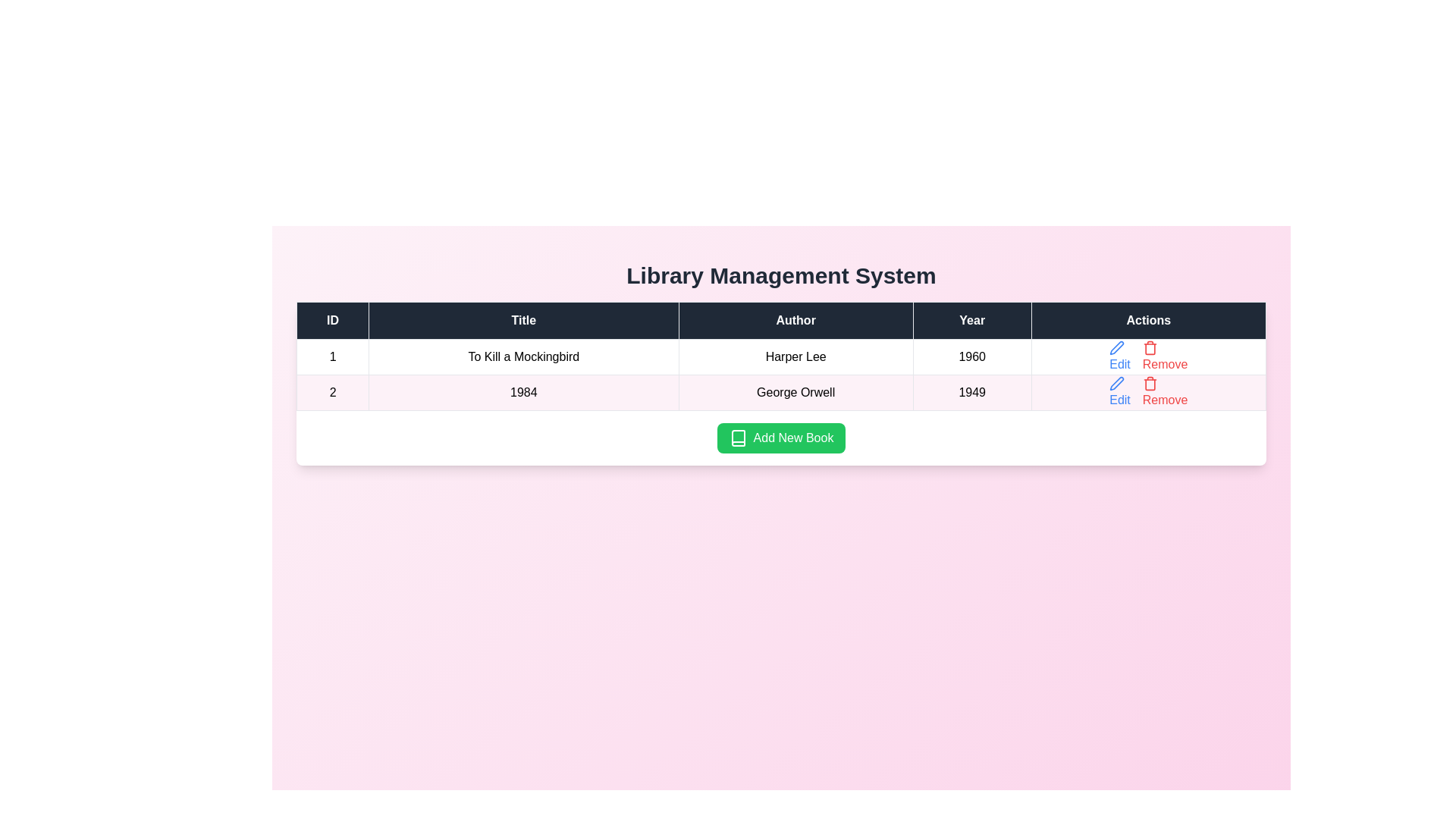  I want to click on the 'Year' header label in the table header, which is the fourth item in the sequence of header labels, located between the 'Author' and 'Actions' cells, so click(972, 320).